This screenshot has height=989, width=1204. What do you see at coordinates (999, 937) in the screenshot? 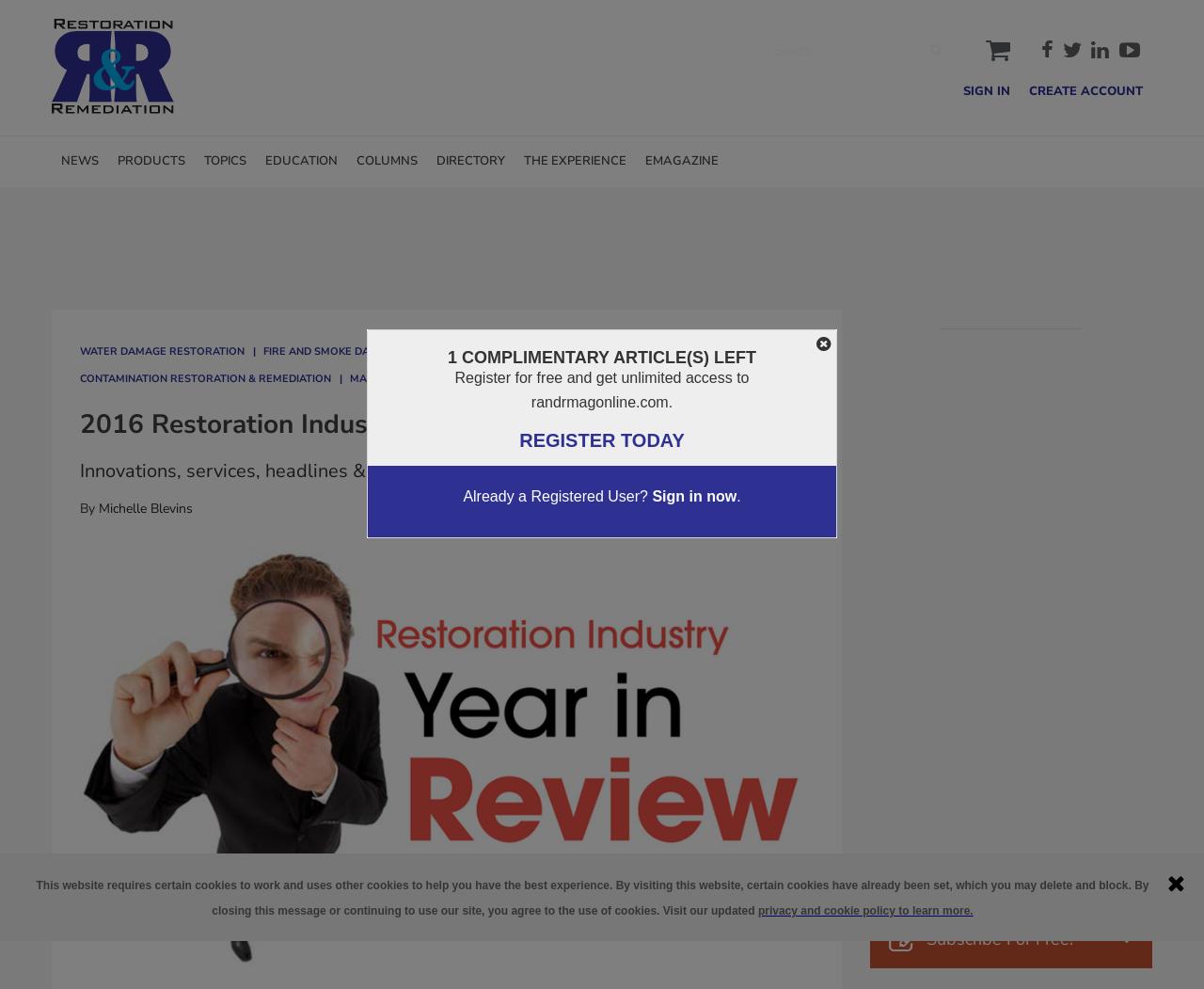
I see `'Subscribe For Free!'` at bounding box center [999, 937].